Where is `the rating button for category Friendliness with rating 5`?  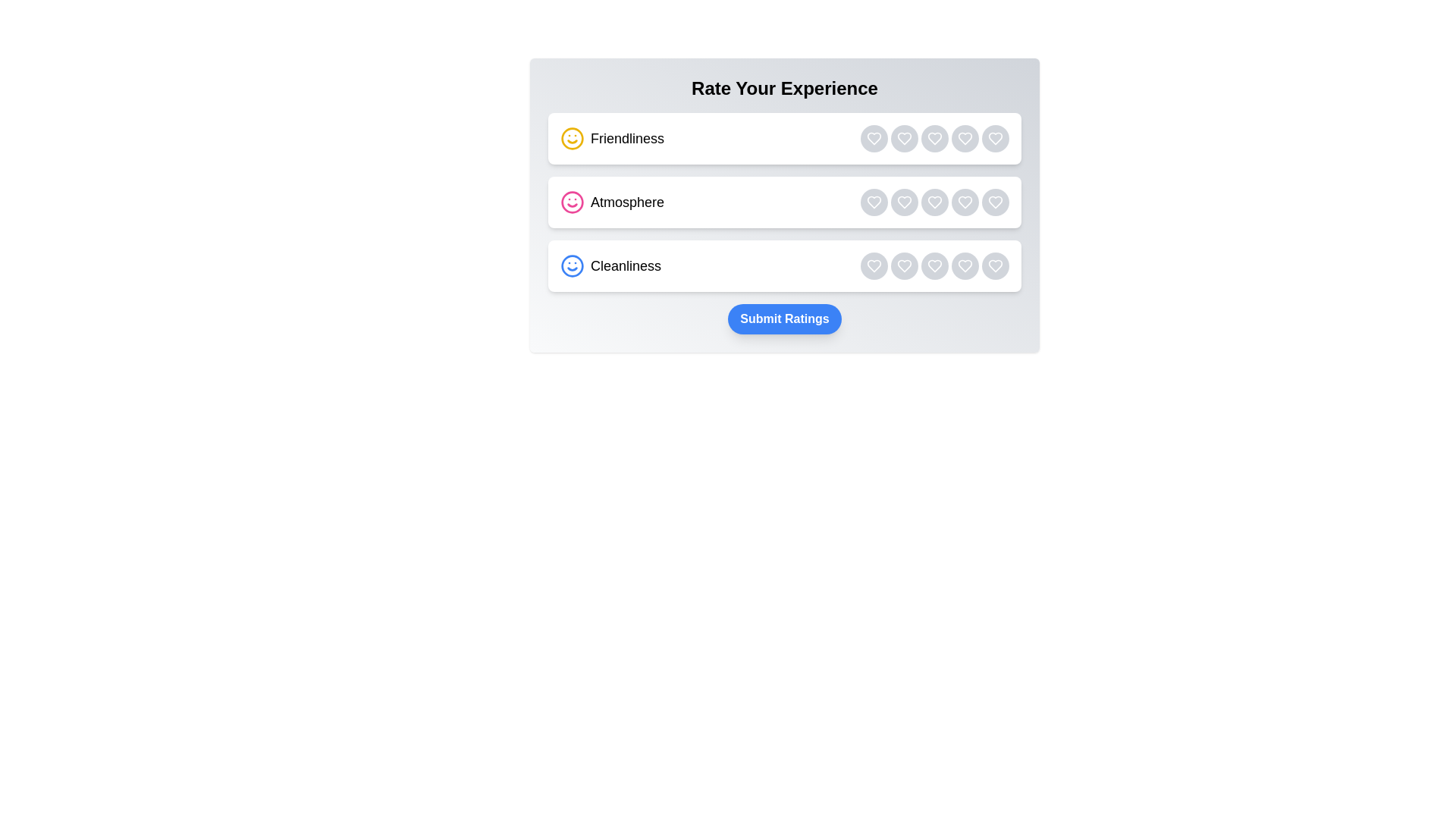
the rating button for category Friendliness with rating 5 is located at coordinates (996, 138).